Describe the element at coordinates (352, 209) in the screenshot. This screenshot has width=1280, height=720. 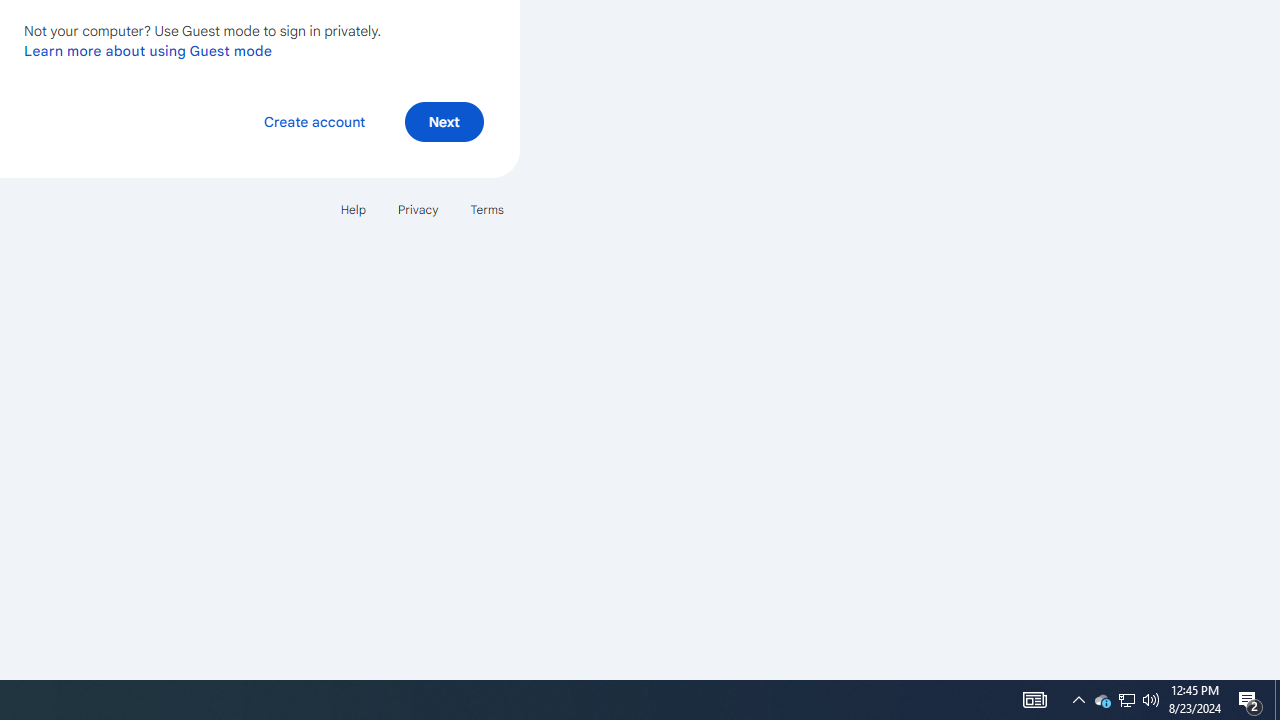
I see `'Help'` at that location.